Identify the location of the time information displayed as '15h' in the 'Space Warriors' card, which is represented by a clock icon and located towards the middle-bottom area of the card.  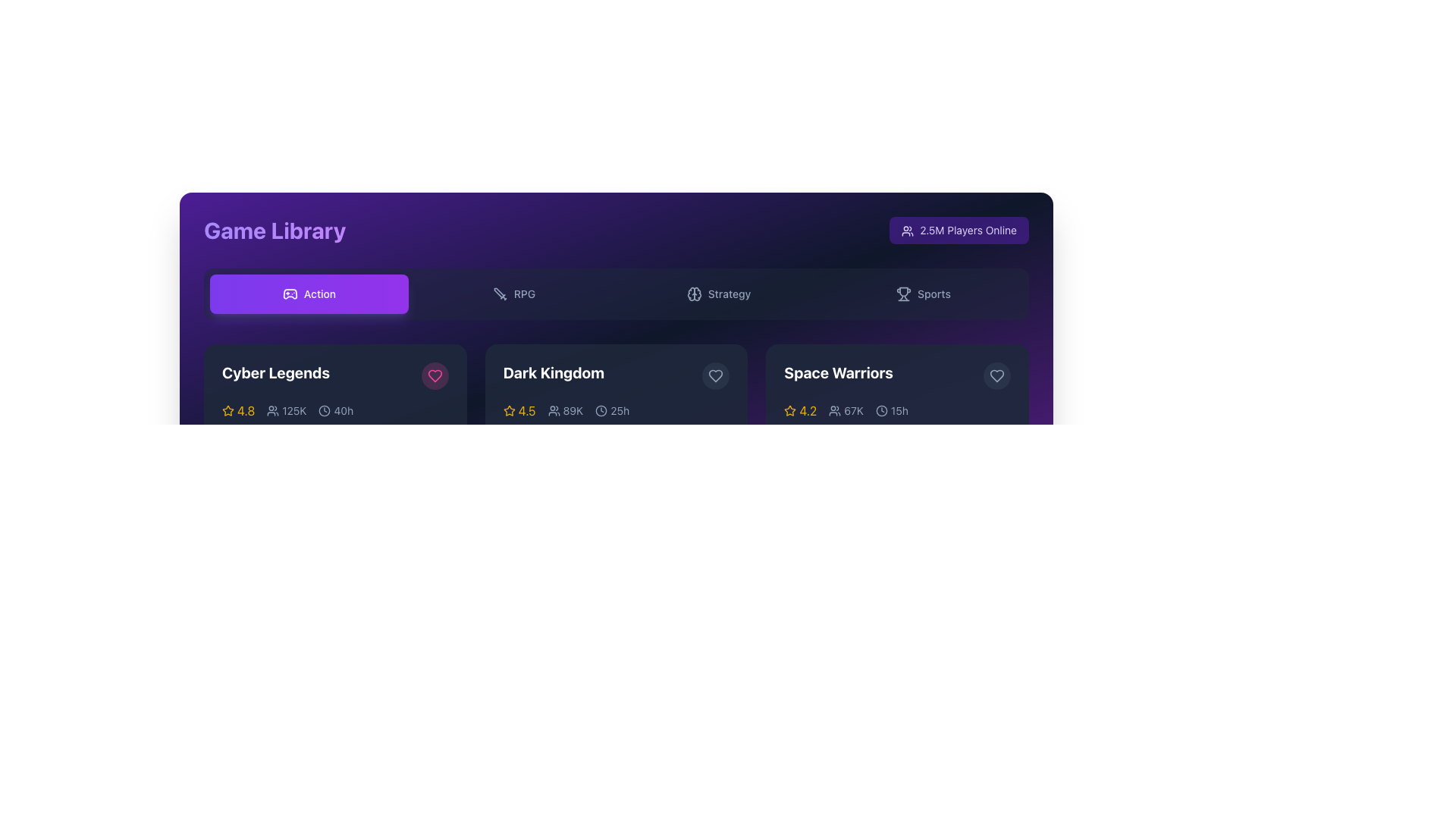
(897, 411).